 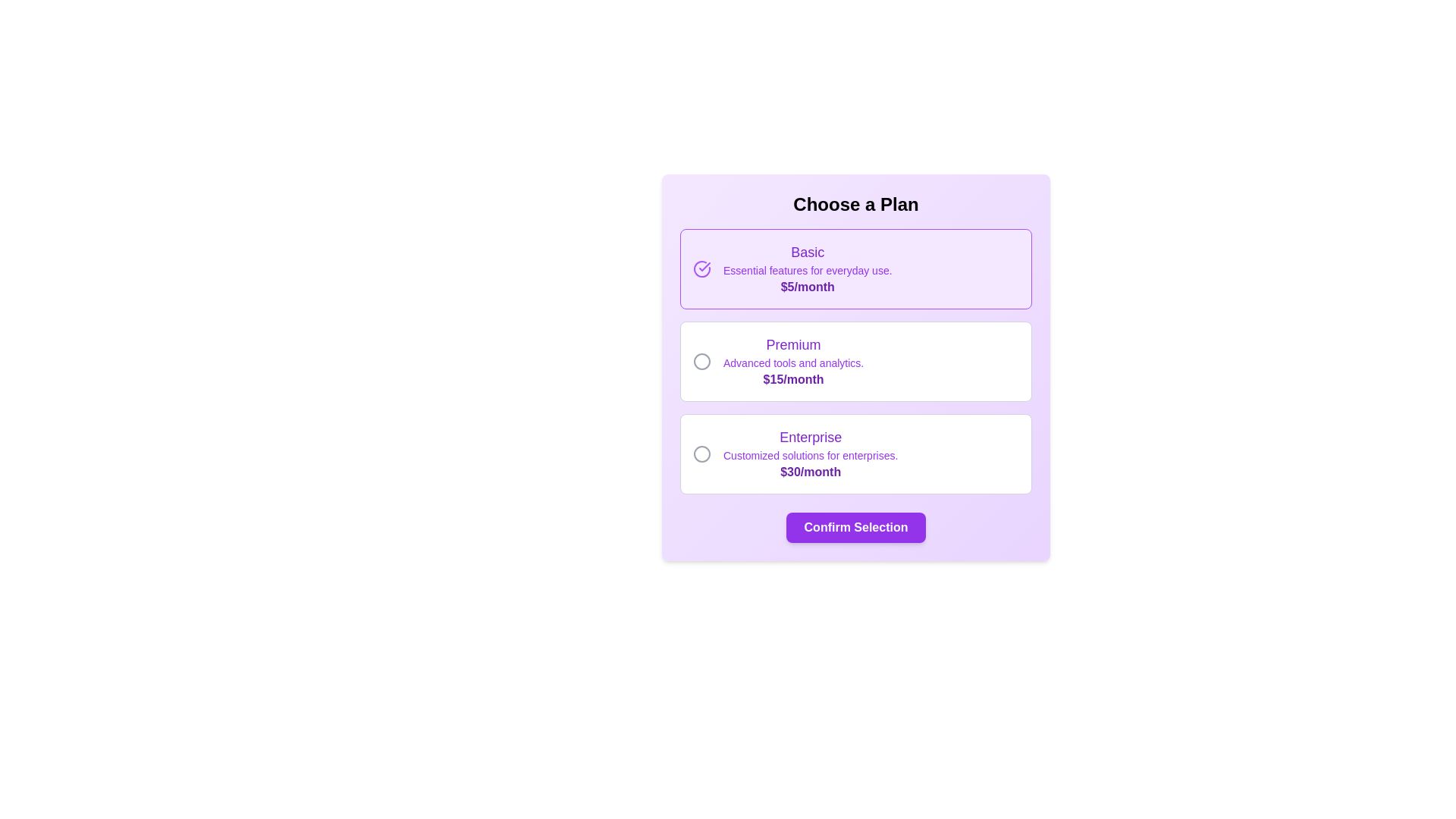 I want to click on the static text element displaying 'Advanced tools and analytics.' which is located below the 'Premium' title and above the '$15/month' text, so click(x=792, y=362).